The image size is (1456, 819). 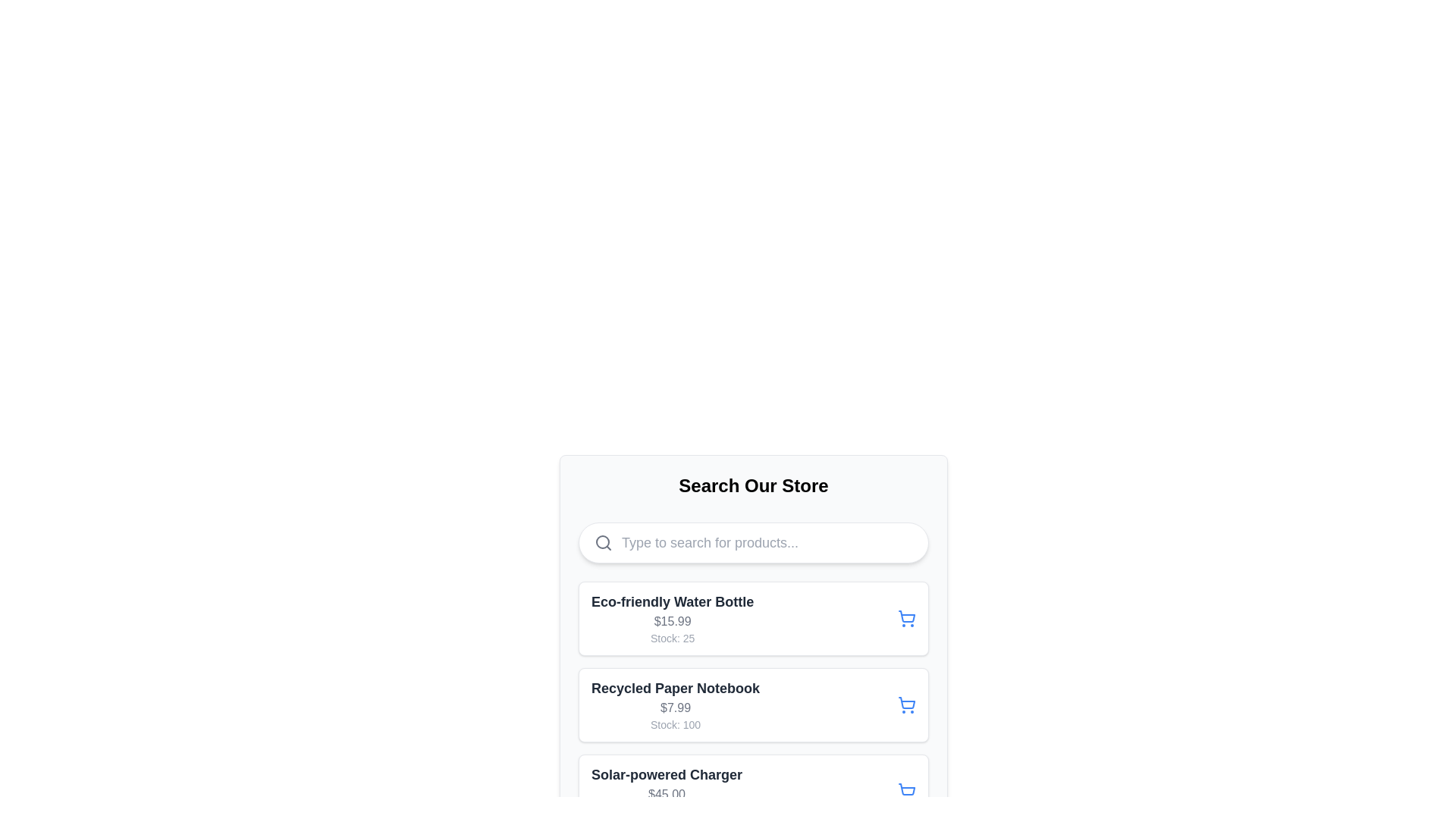 What do you see at coordinates (603, 542) in the screenshot?
I see `the search icon located to the immediate left of the input field labeled 'Type to search for products...' in the search bar at the top of the visible content area` at bounding box center [603, 542].